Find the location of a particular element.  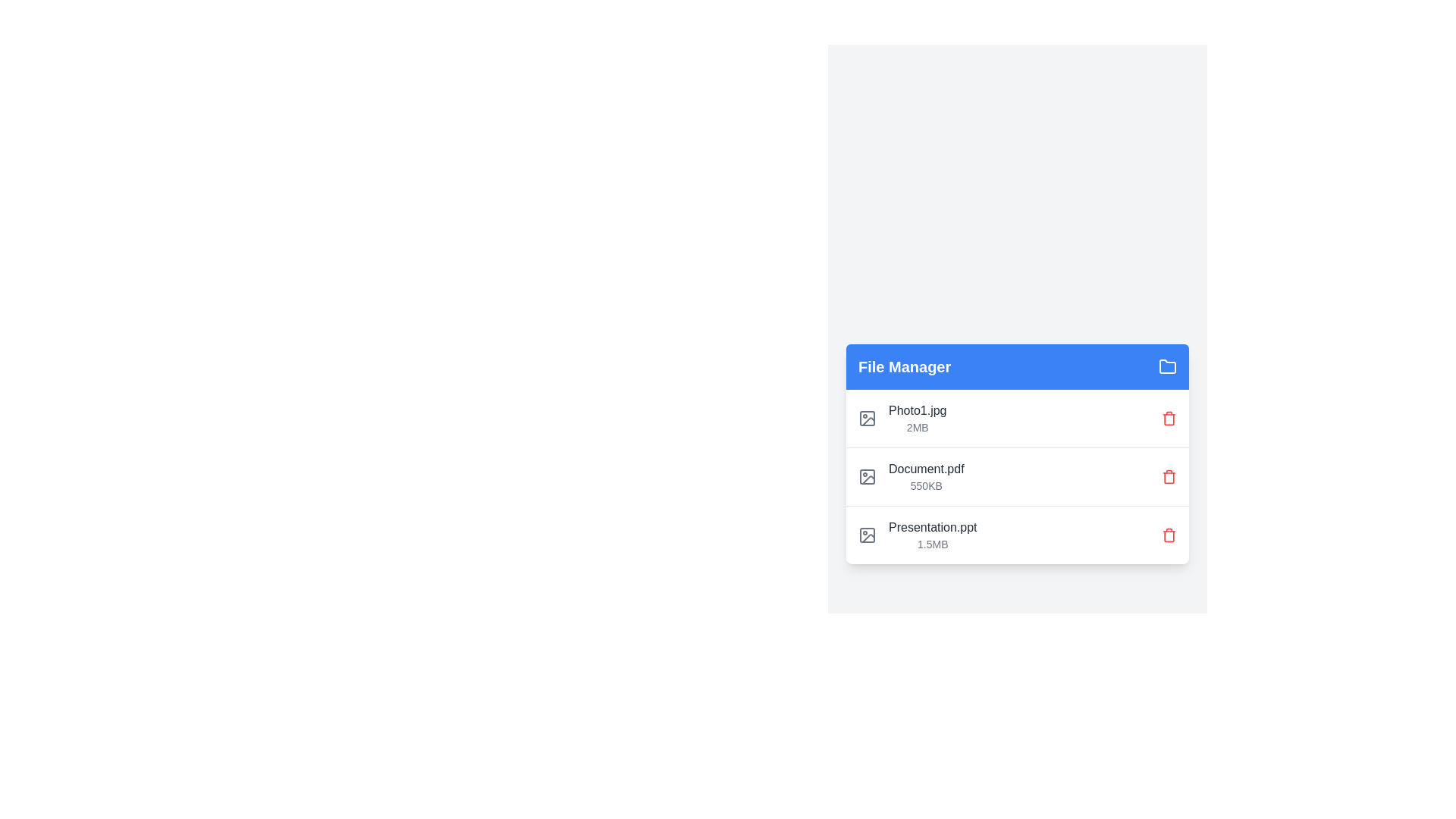

the text label displaying the file size '1.5MB' located below the filename 'Presentation.ppt' in the file list interface is located at coordinates (931, 543).